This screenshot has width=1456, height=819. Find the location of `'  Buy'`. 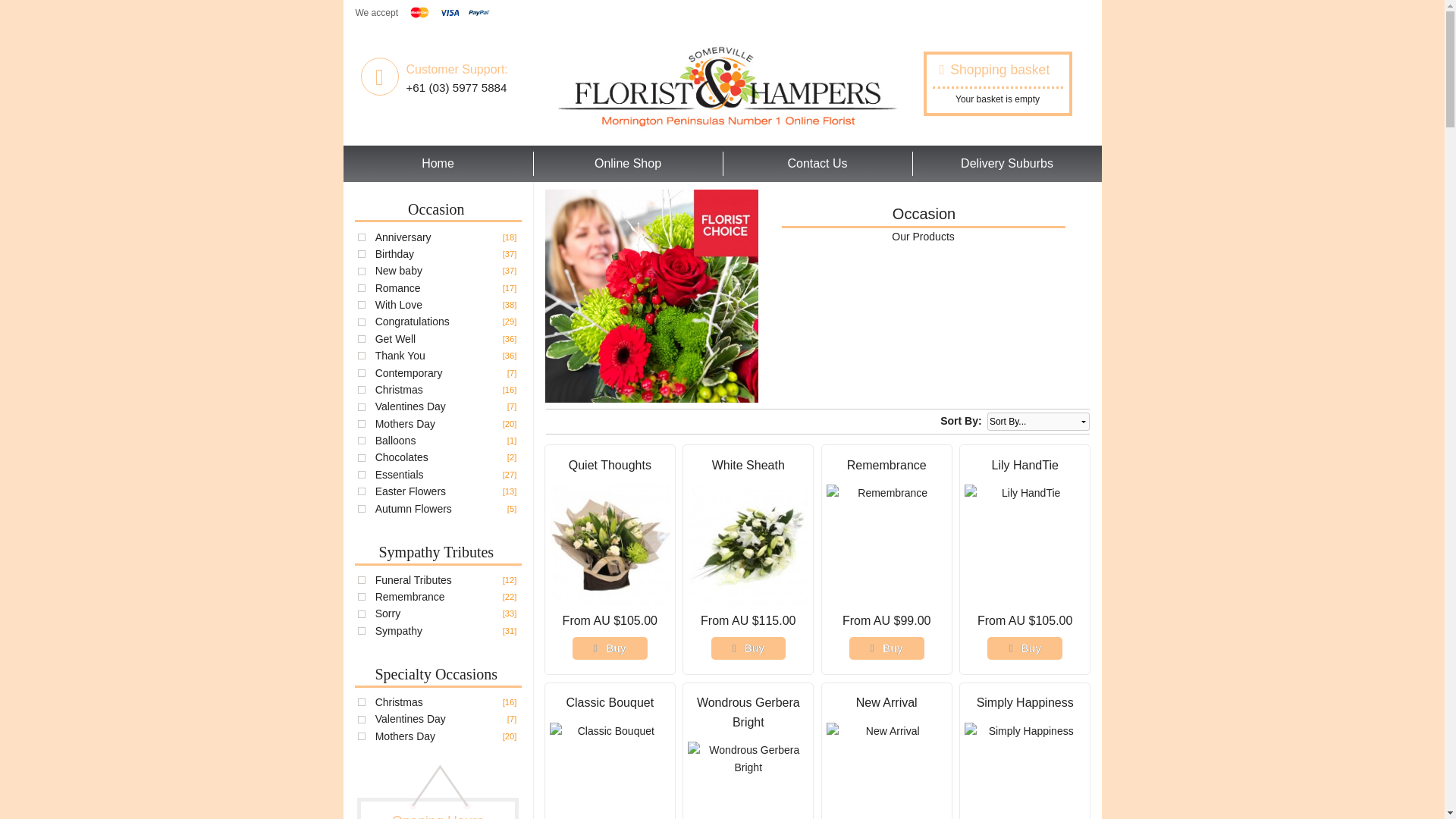

'  Buy' is located at coordinates (710, 648).